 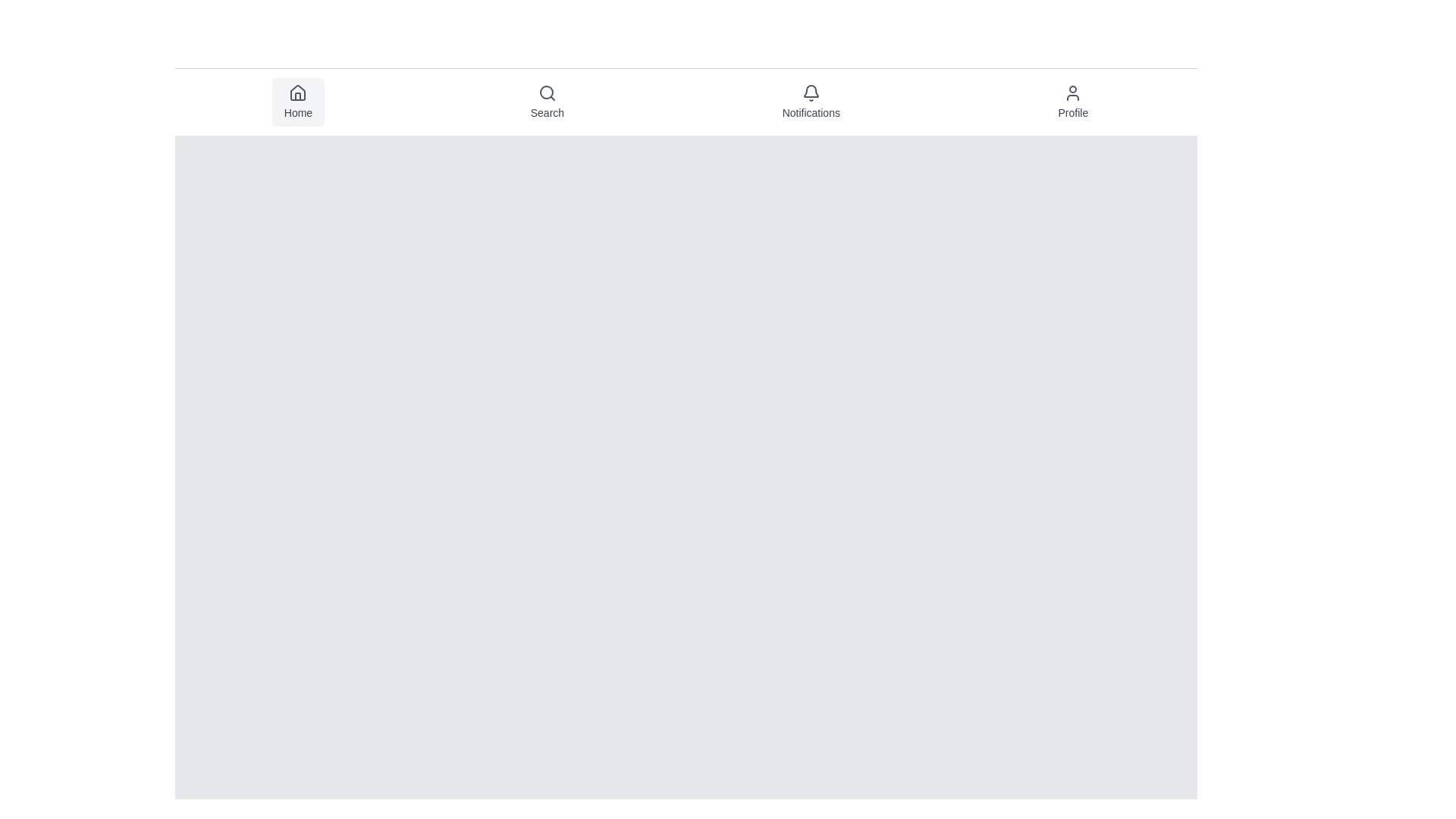 What do you see at coordinates (1072, 112) in the screenshot?
I see `the 'Profile' text label, which is a gray text label located beneath the user icon in the navigation bar` at bounding box center [1072, 112].